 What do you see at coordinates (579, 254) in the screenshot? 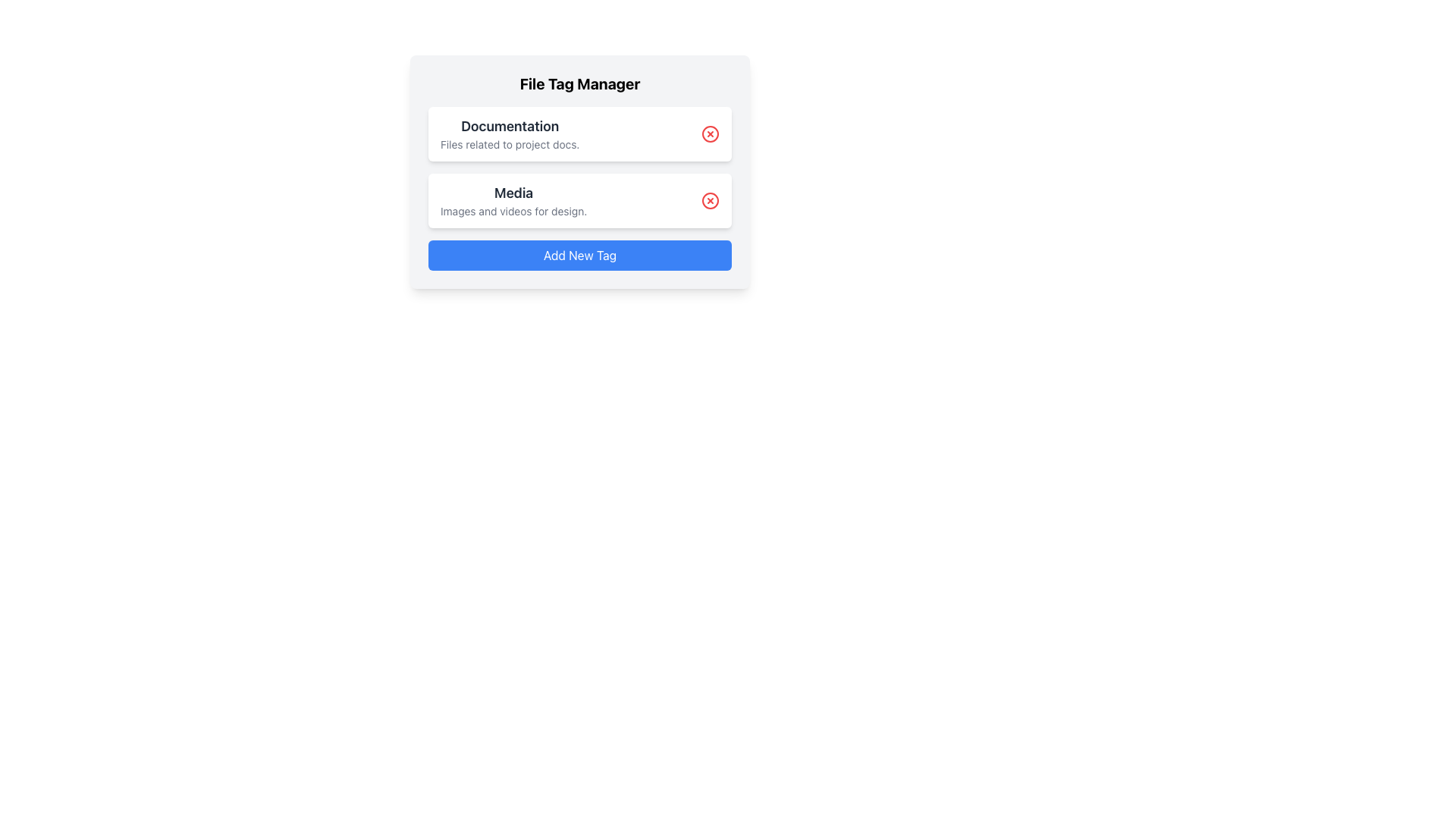
I see `the 'Add Tag' button located at the bottom of the 'File Tag Manager' panel` at bounding box center [579, 254].